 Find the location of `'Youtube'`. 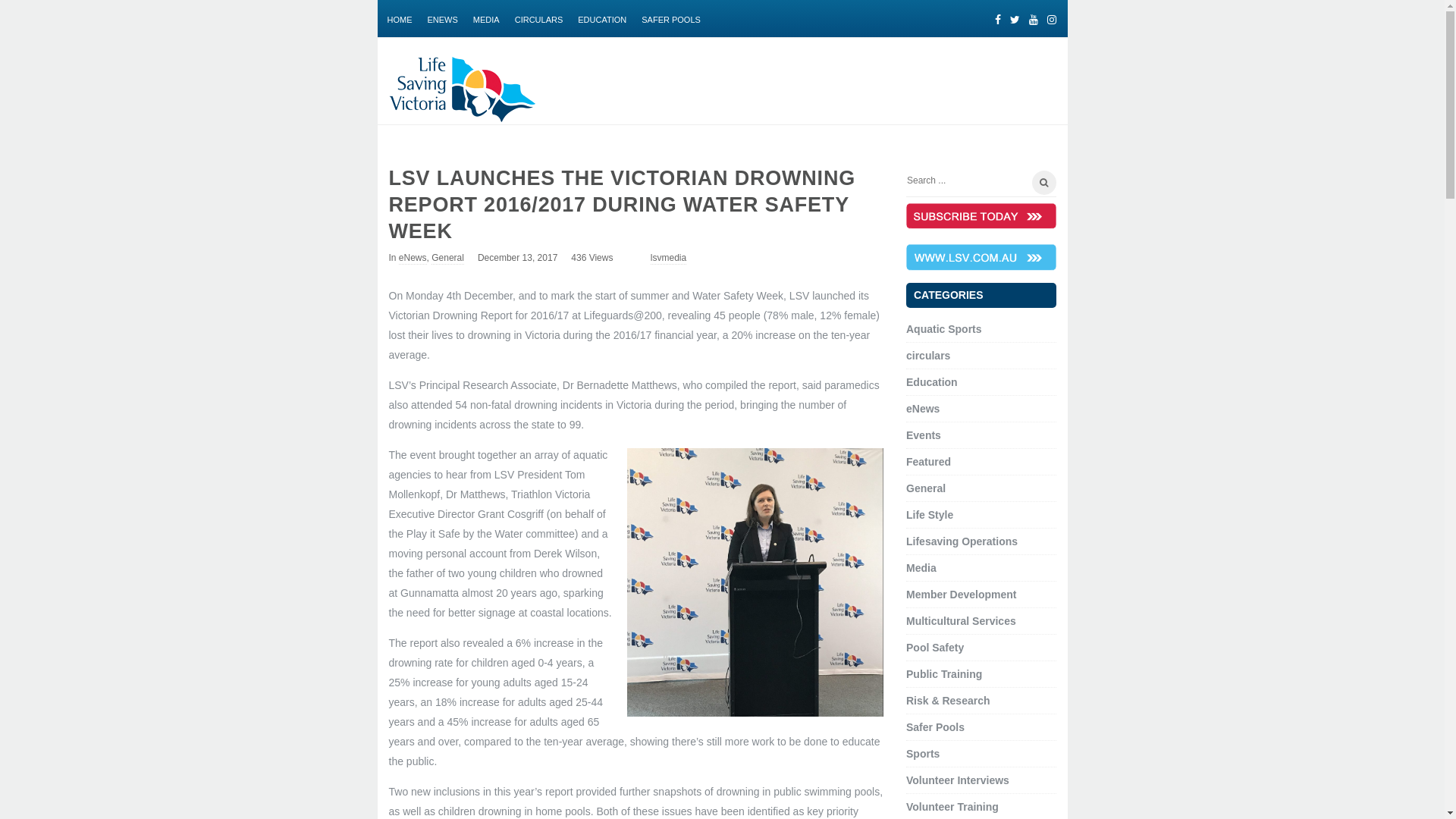

'Youtube' is located at coordinates (1032, 14).